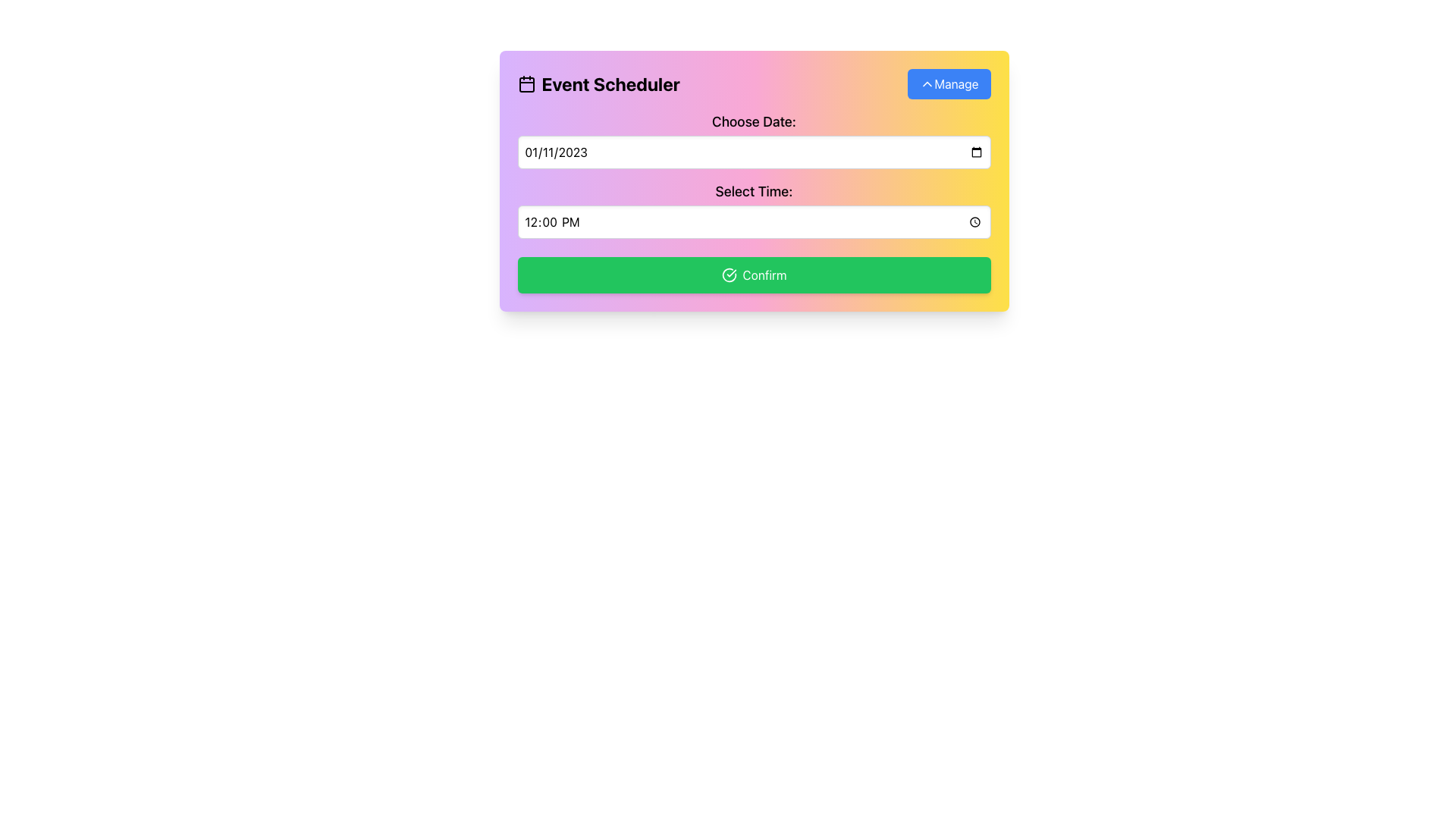 The height and width of the screenshot is (819, 1456). Describe the element at coordinates (754, 275) in the screenshot. I see `the 'Confirm' button with a vibrant green background and a white check-circle icon to visualize hover effects` at that location.